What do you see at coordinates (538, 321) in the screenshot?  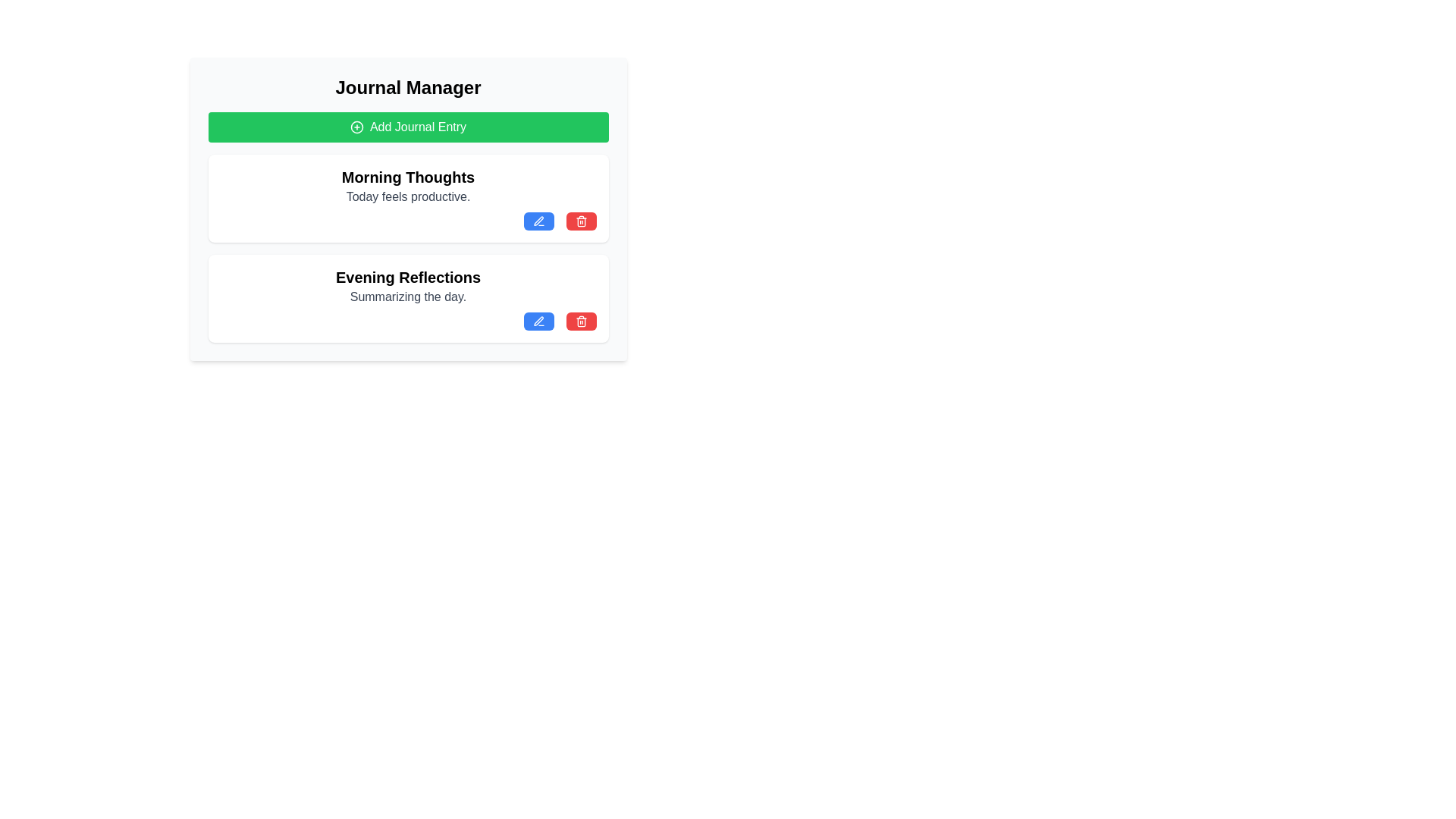 I see `the interactive button on the right side of the 'Evening Reflections' section to initiate the edit action` at bounding box center [538, 321].